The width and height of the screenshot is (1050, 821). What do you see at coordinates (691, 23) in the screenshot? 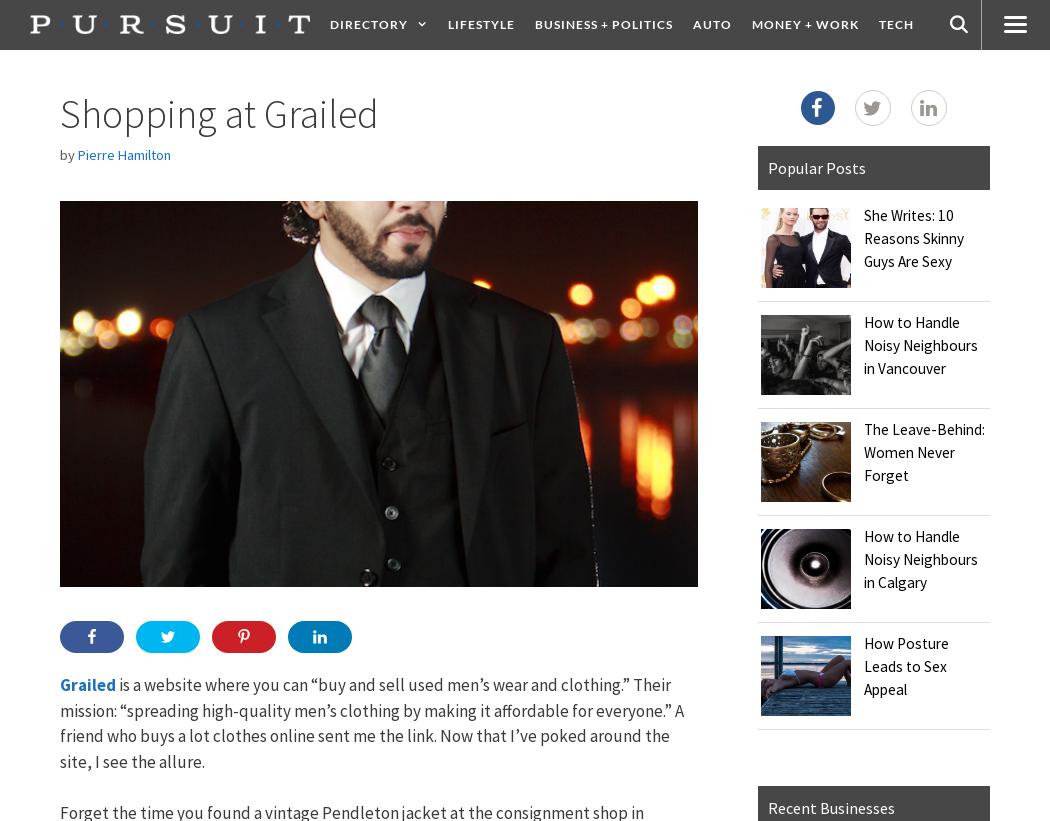
I see `'Auto'` at bounding box center [691, 23].